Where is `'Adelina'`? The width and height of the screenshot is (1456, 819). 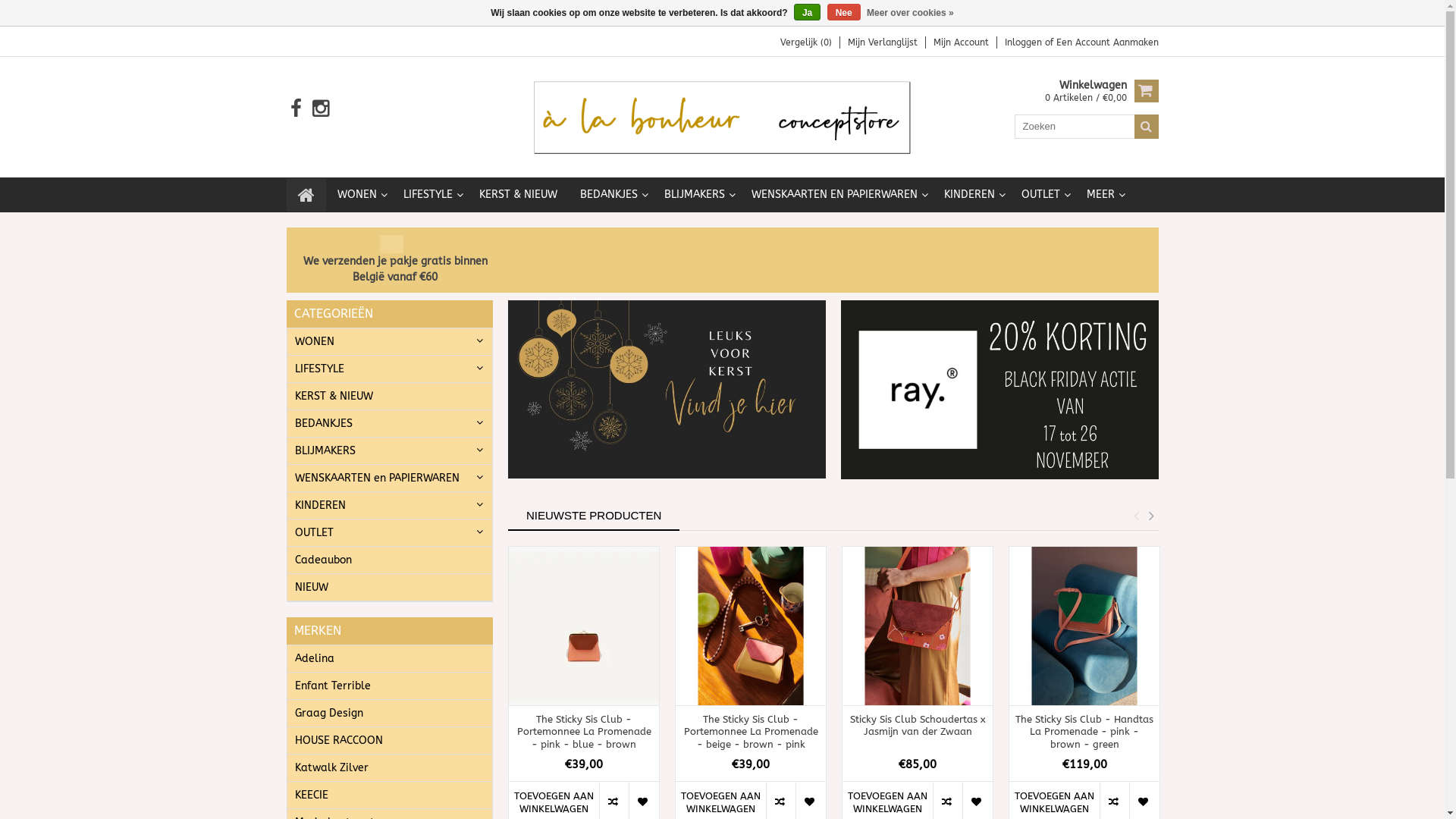
'Adelina' is located at coordinates (389, 657).